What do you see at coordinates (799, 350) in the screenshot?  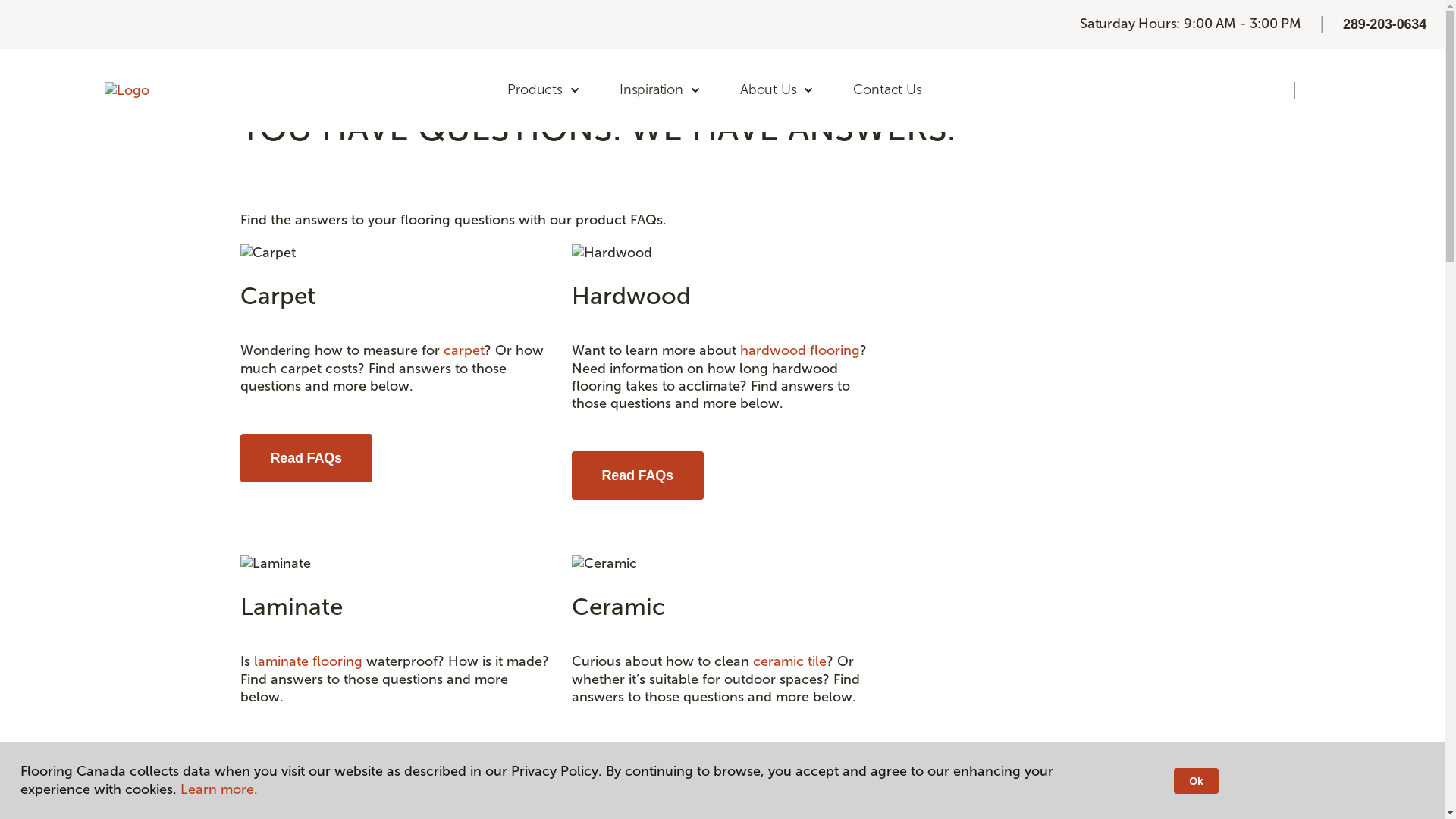 I see `'hardwood flooring'` at bounding box center [799, 350].